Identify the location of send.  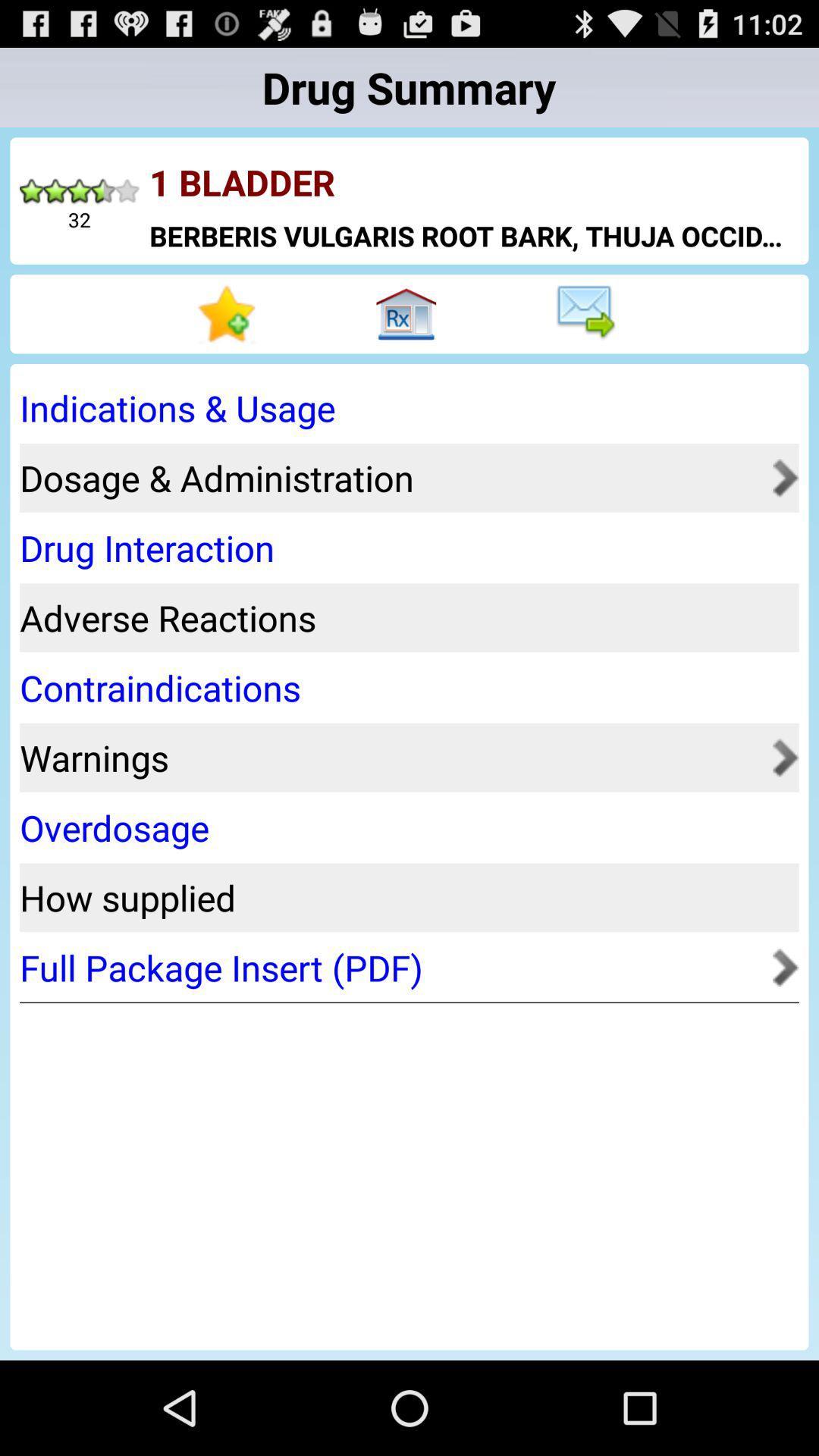
(588, 313).